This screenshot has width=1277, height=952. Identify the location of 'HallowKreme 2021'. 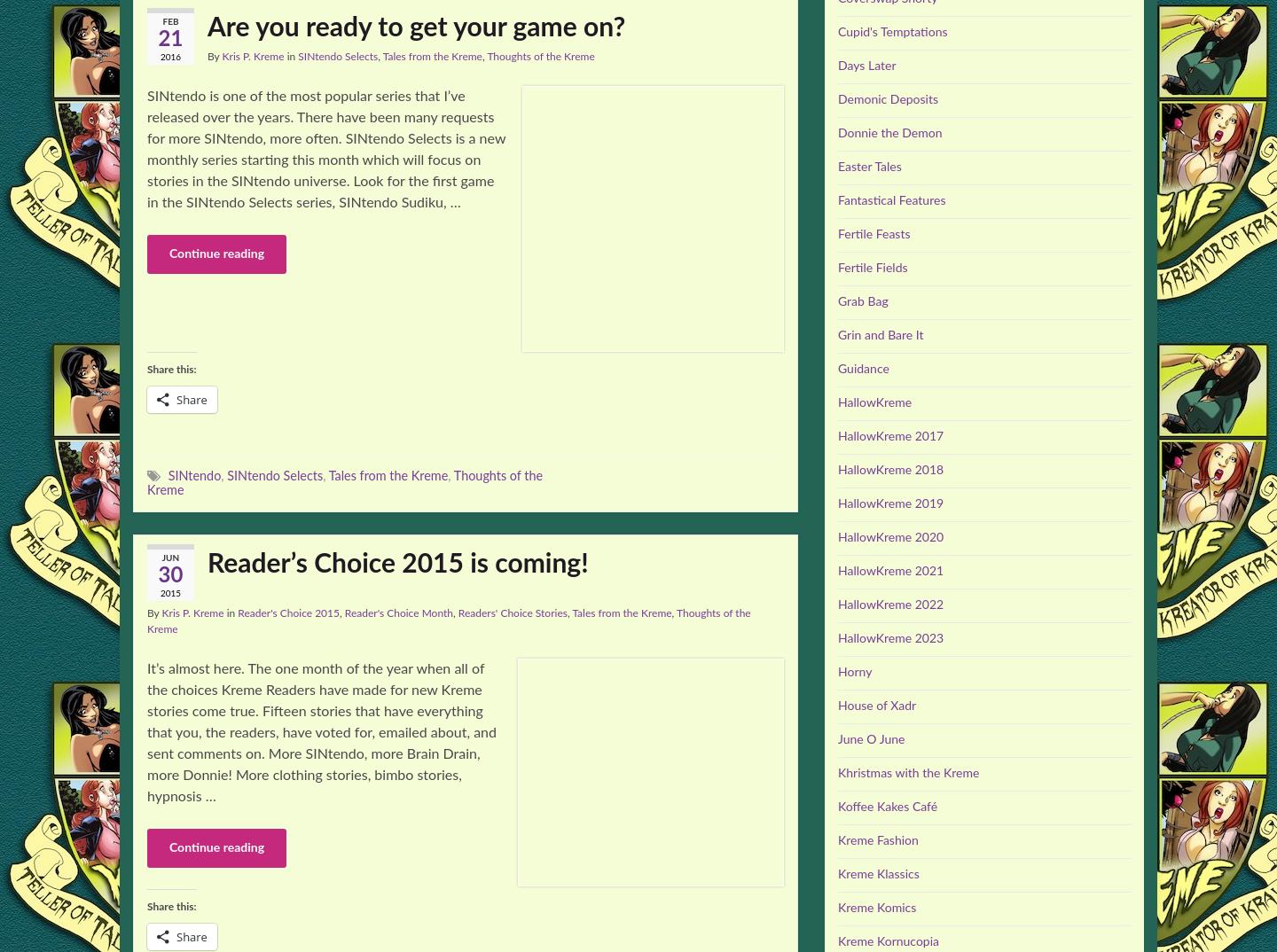
(889, 571).